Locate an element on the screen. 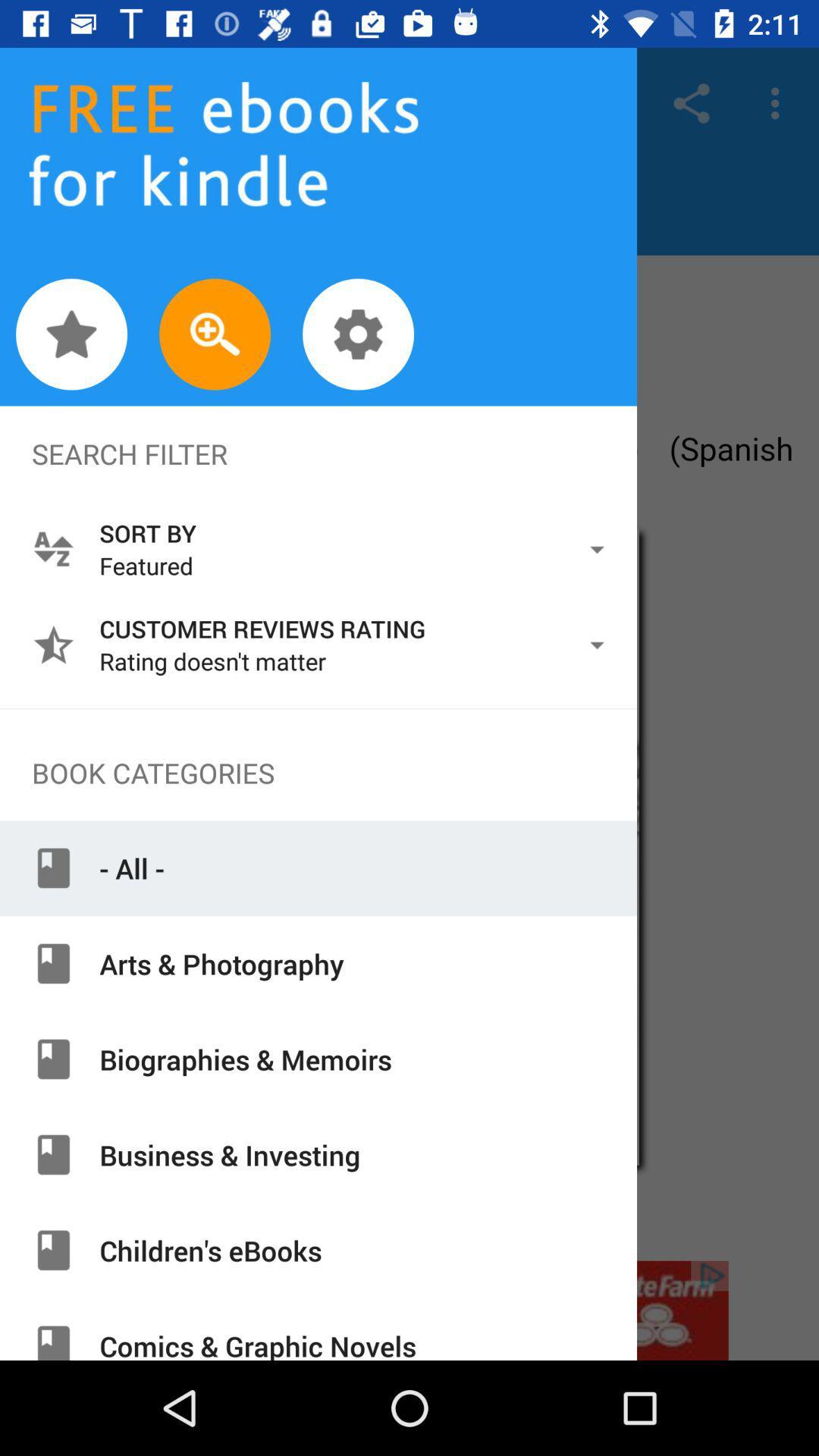 Image resolution: width=819 pixels, height=1456 pixels. zoom option is located at coordinates (215, 334).